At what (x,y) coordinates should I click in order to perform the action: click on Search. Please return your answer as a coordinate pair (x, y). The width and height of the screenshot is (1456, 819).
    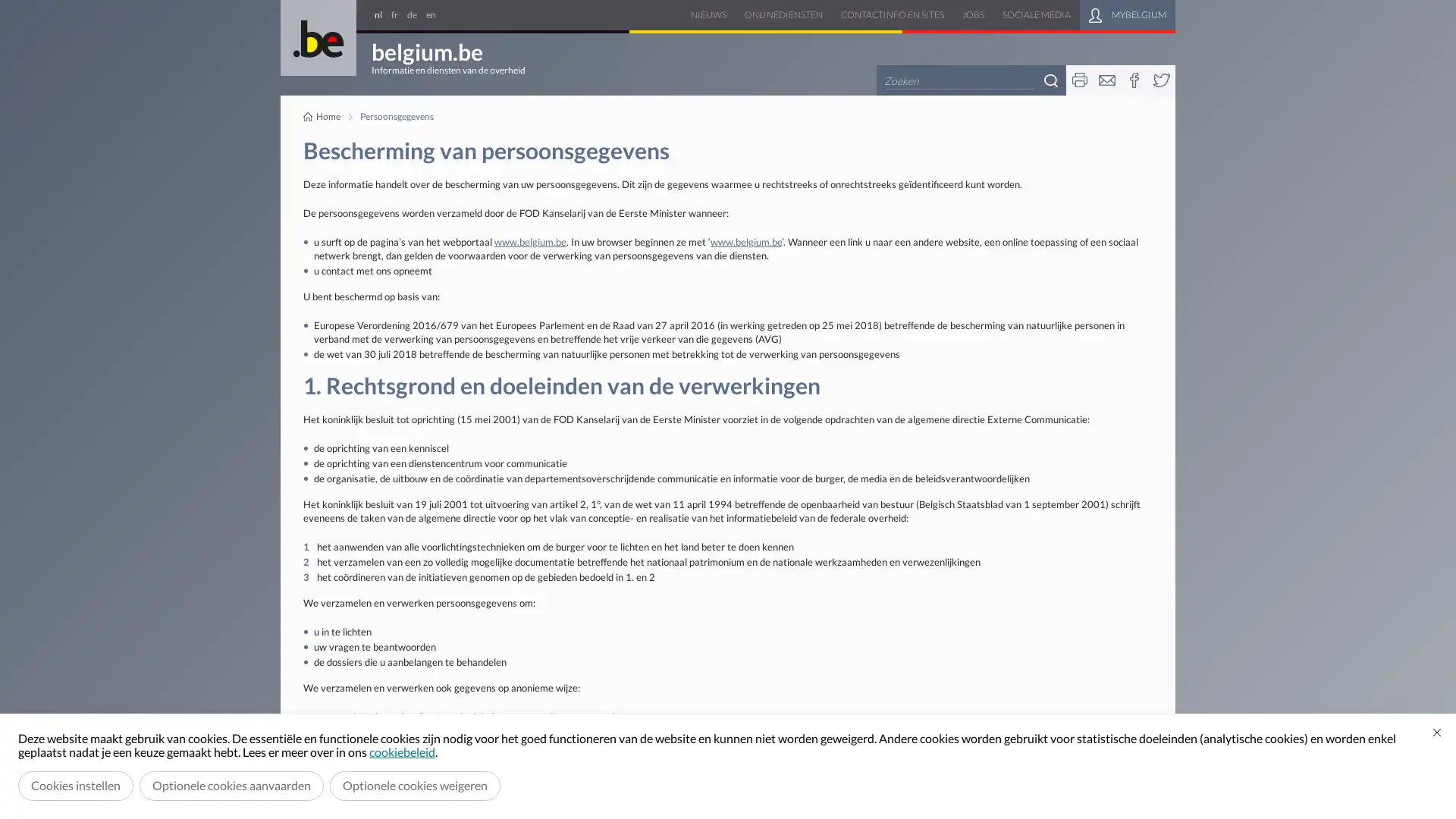
    Looking at the image, I should click on (1050, 80).